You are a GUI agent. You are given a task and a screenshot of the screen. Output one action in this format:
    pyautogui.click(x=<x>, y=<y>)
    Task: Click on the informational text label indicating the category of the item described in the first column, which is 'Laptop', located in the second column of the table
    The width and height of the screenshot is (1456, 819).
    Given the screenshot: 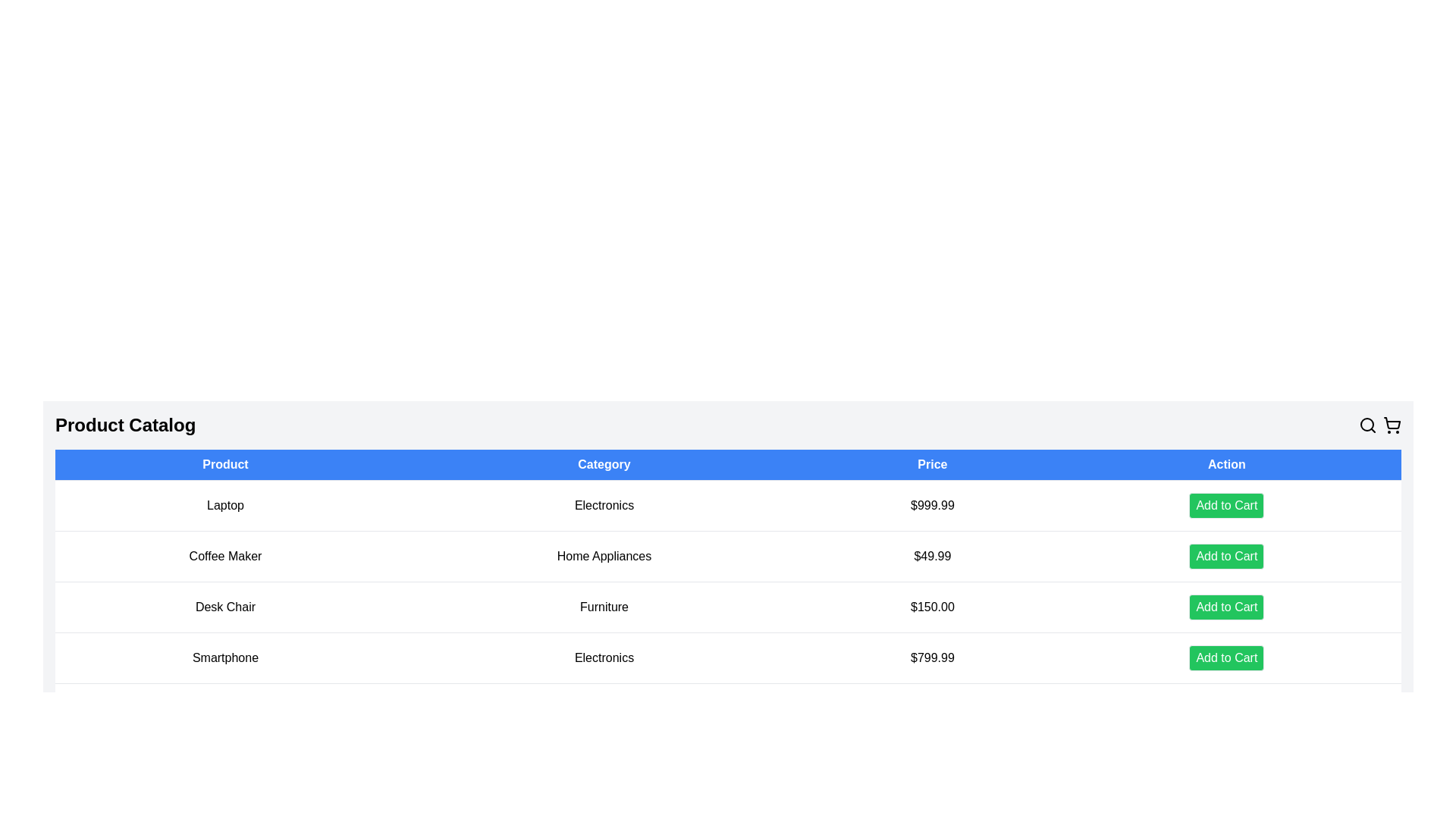 What is the action you would take?
    pyautogui.click(x=603, y=506)
    